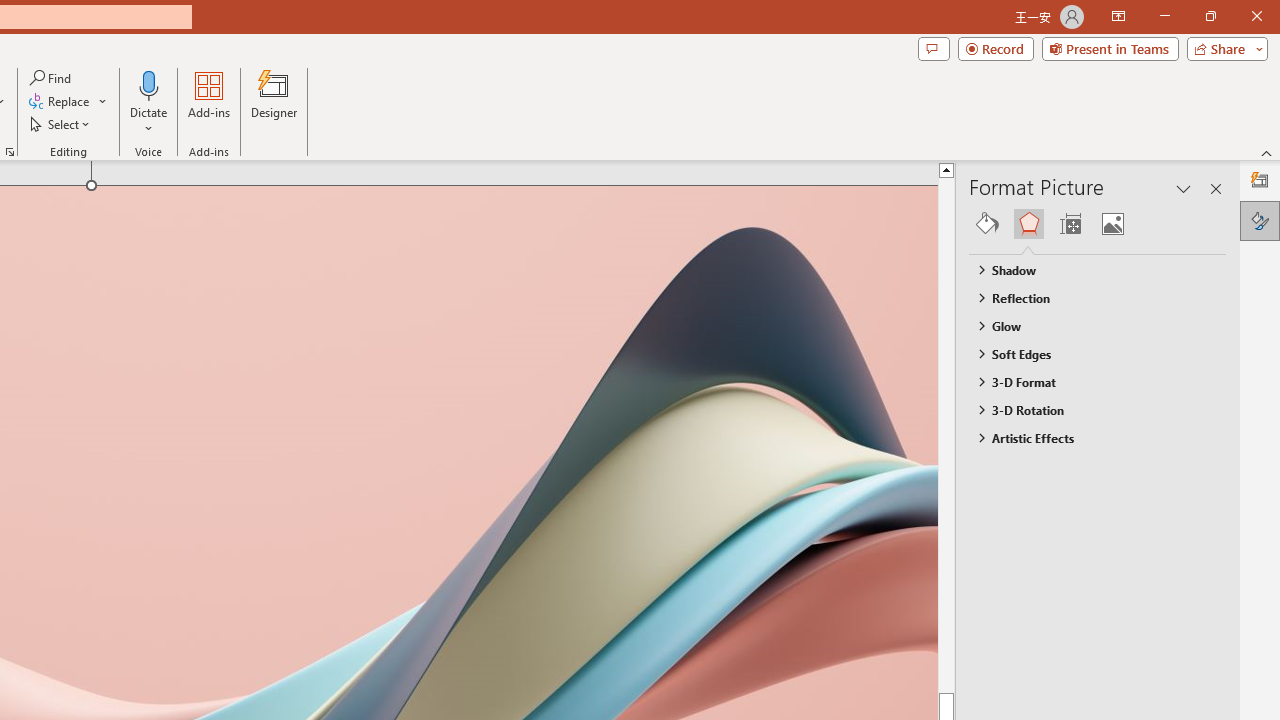 The width and height of the screenshot is (1280, 720). Describe the element at coordinates (1111, 223) in the screenshot. I see `'Picture'` at that location.